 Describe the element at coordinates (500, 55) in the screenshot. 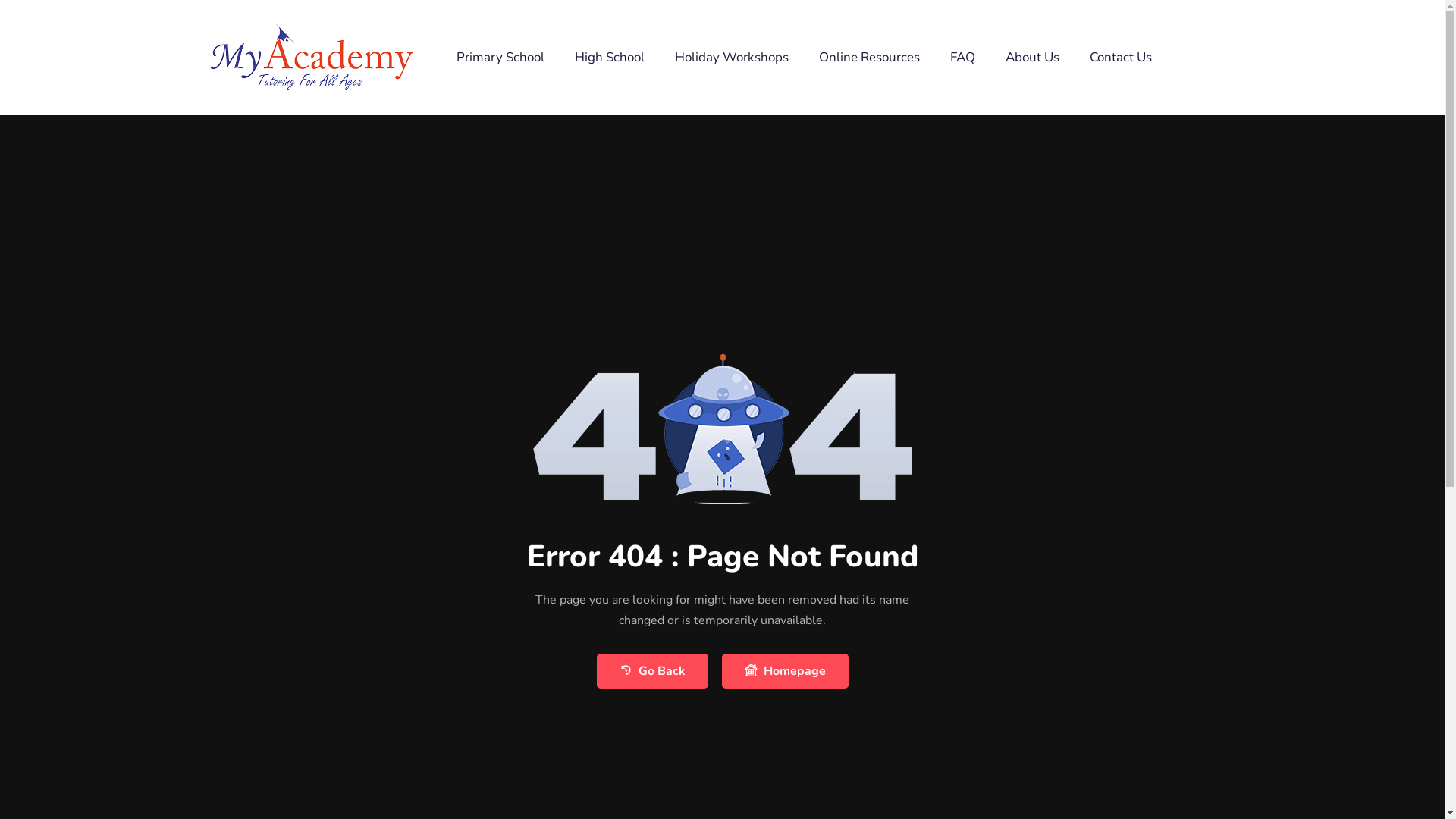

I see `'Primary School'` at that location.